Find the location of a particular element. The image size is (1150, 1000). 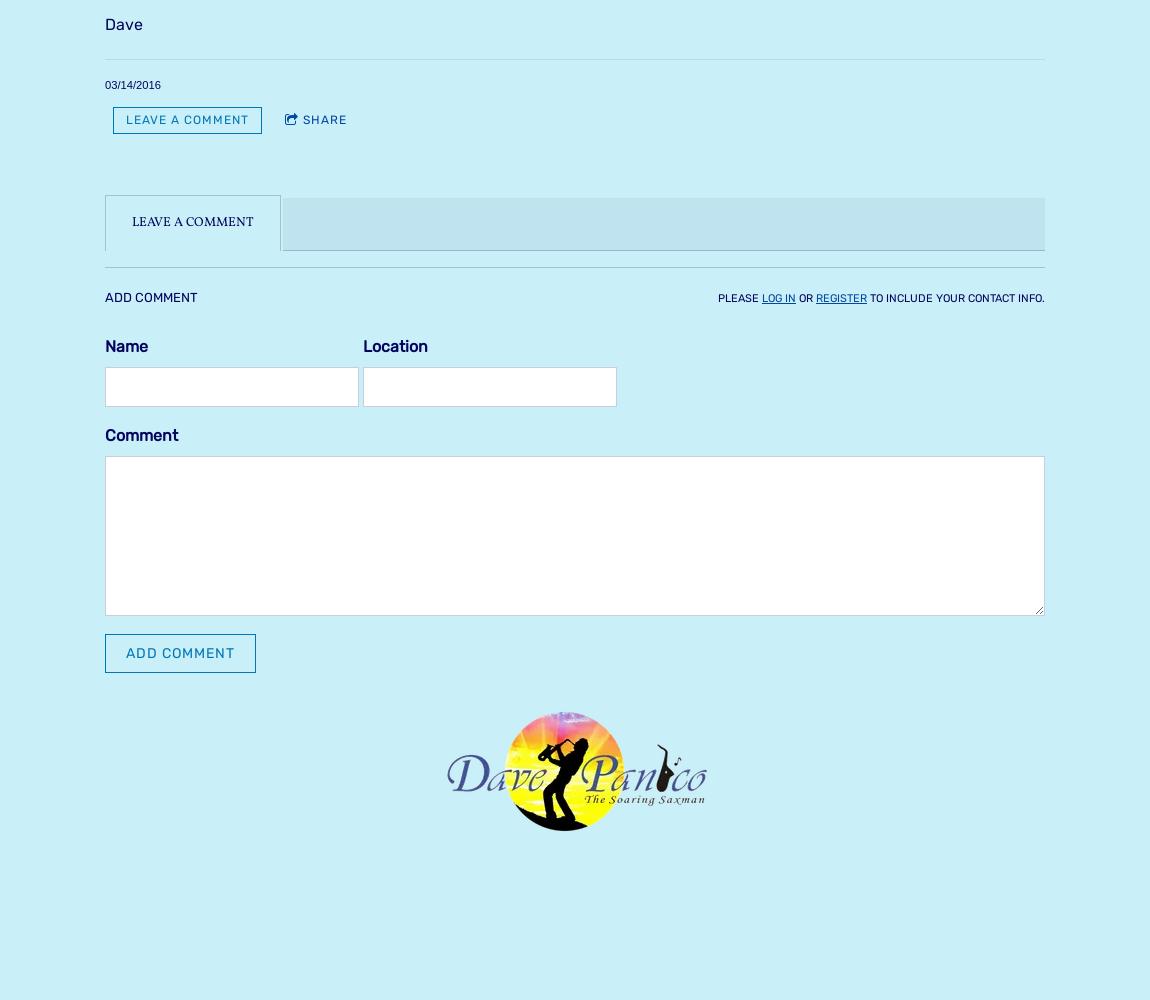

'Name' is located at coordinates (125, 344).